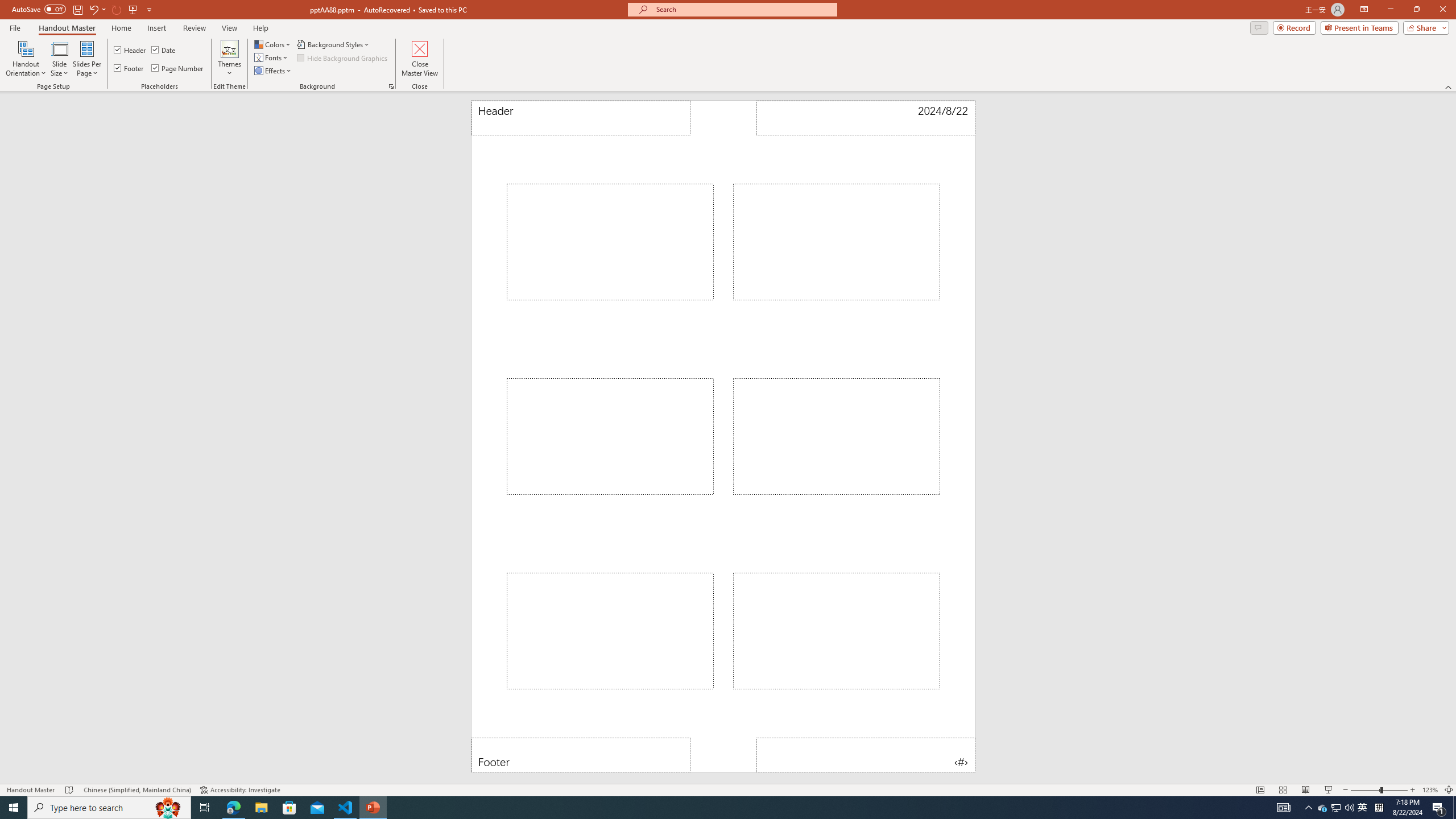 The image size is (1456, 819). What do you see at coordinates (1430, 790) in the screenshot?
I see `'Zoom 123%'` at bounding box center [1430, 790].